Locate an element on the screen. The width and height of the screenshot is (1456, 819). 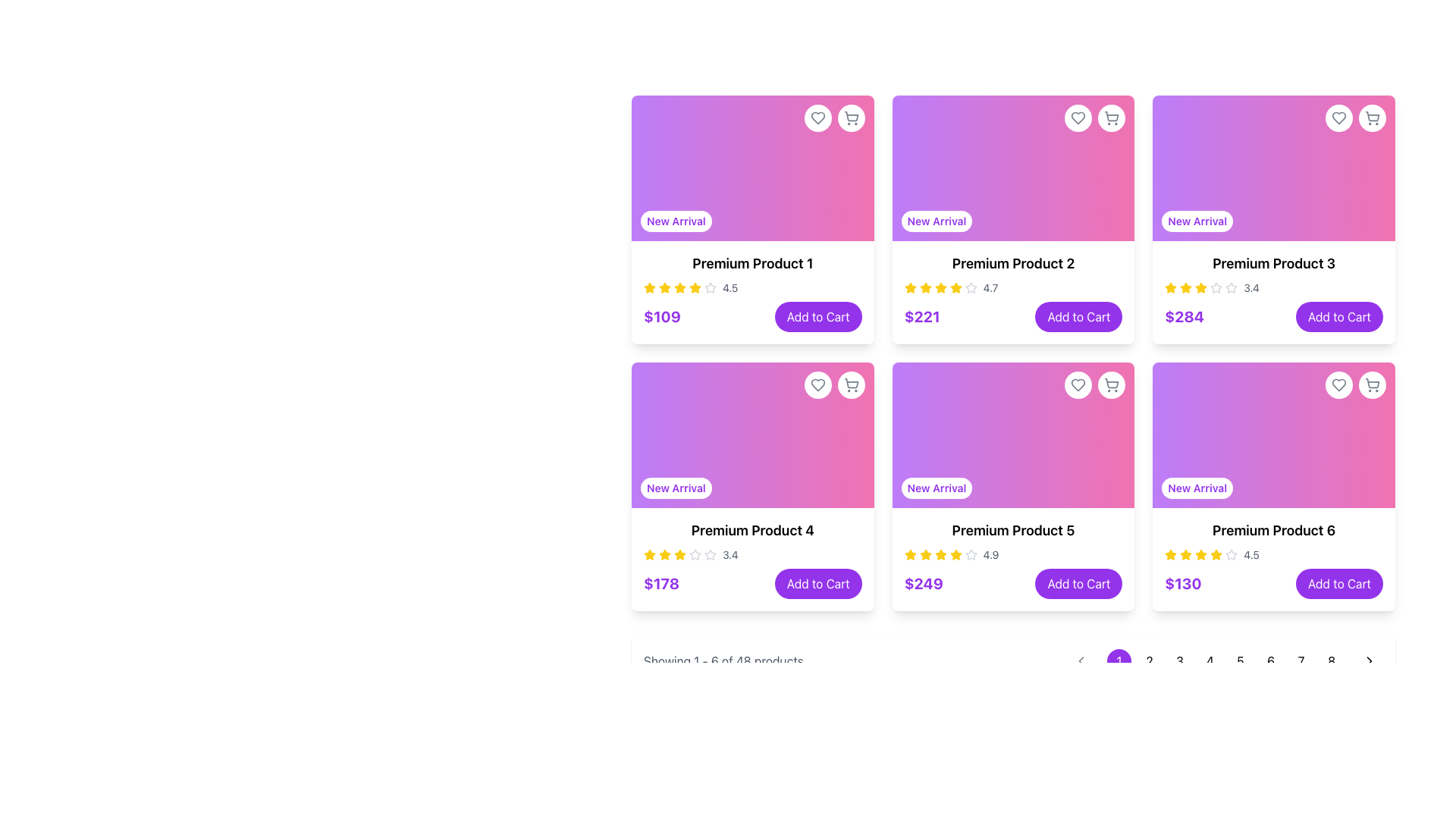
the second star icon in the rating row for 'Premium Product 3' is located at coordinates (1200, 287).